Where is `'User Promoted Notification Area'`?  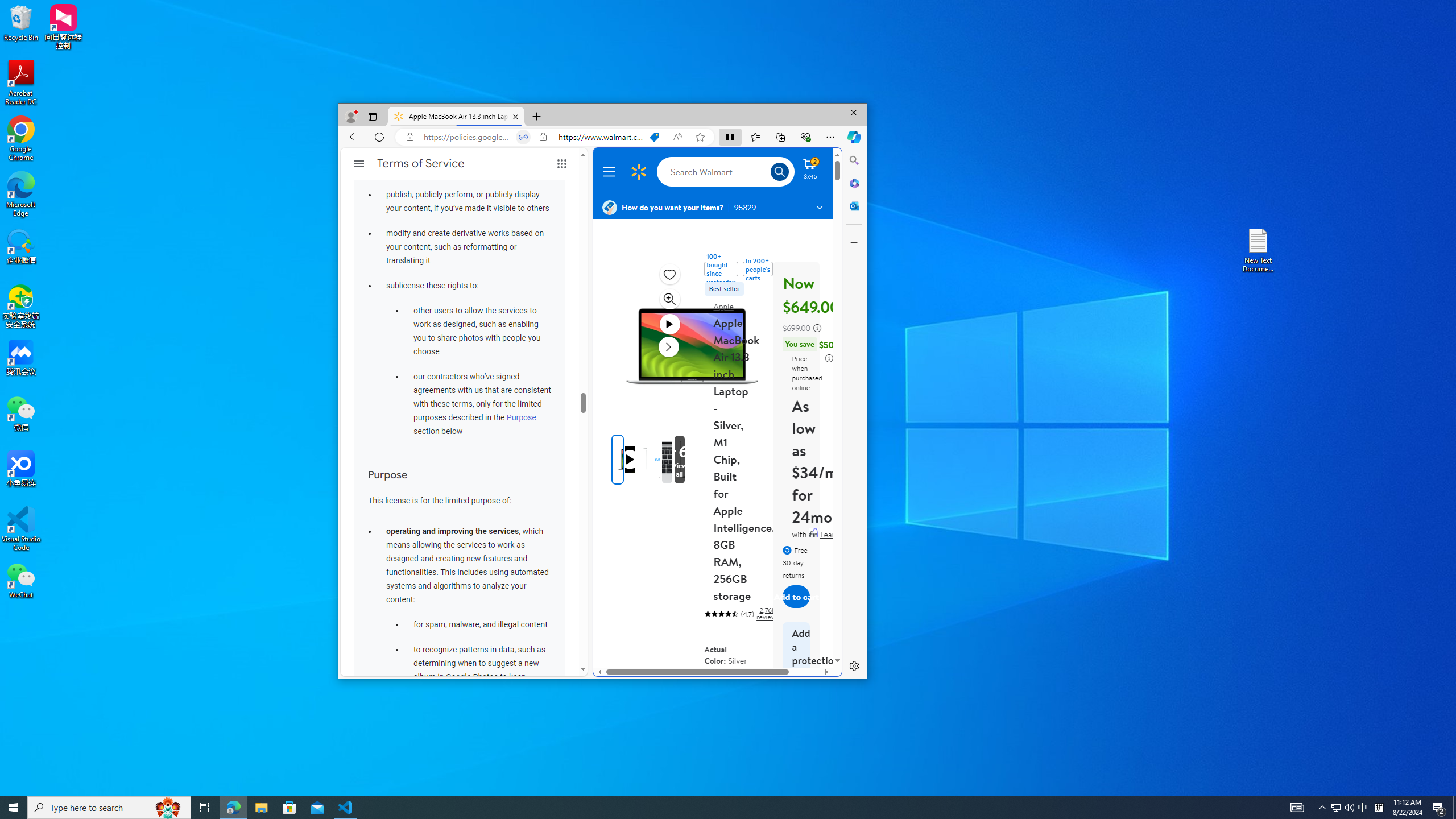
'User Promoted Notification Area' is located at coordinates (1342, 806).